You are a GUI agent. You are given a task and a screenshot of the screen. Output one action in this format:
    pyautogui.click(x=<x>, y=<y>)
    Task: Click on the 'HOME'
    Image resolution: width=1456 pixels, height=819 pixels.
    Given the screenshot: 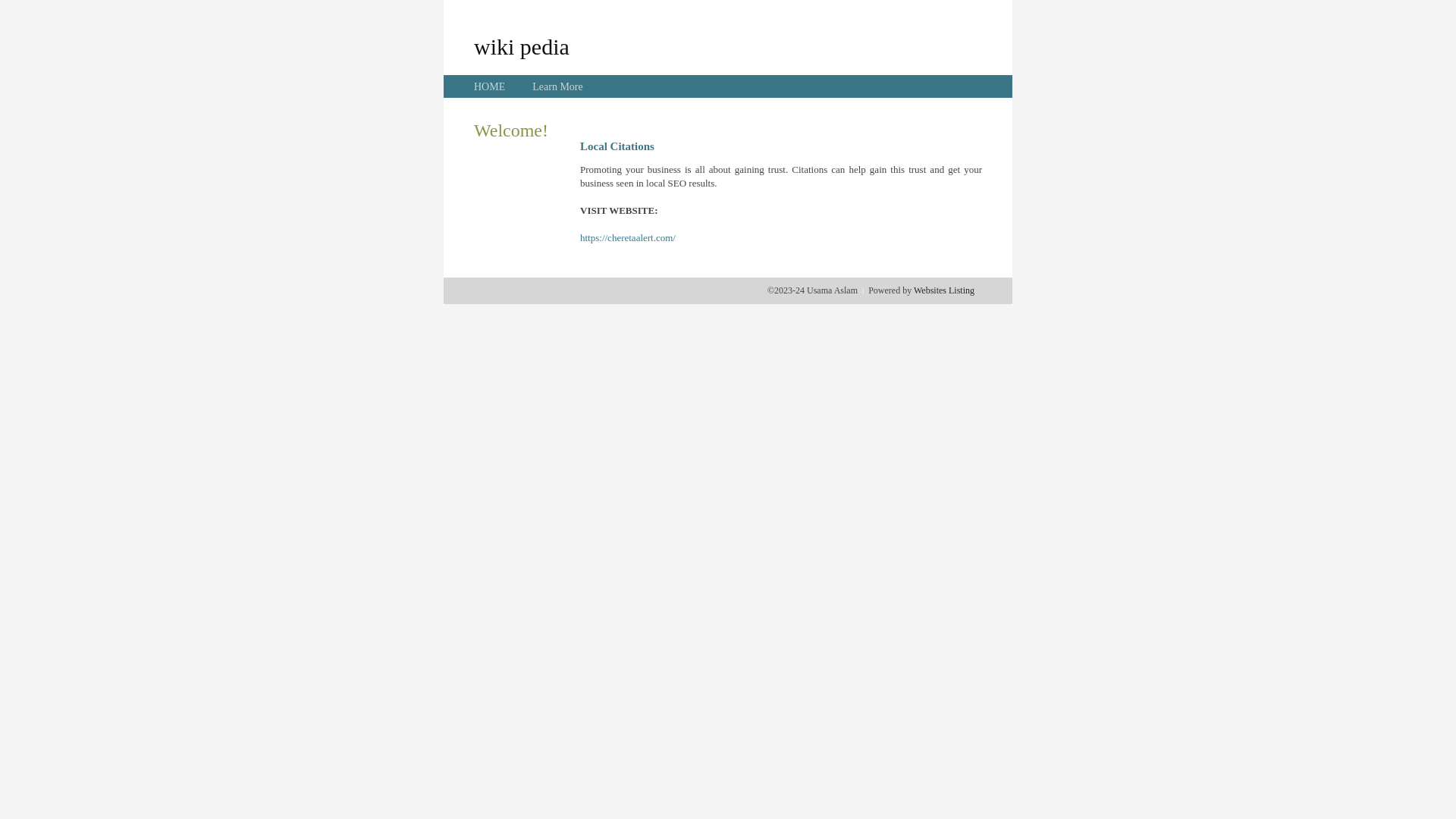 What is the action you would take?
    pyautogui.click(x=472, y=86)
    